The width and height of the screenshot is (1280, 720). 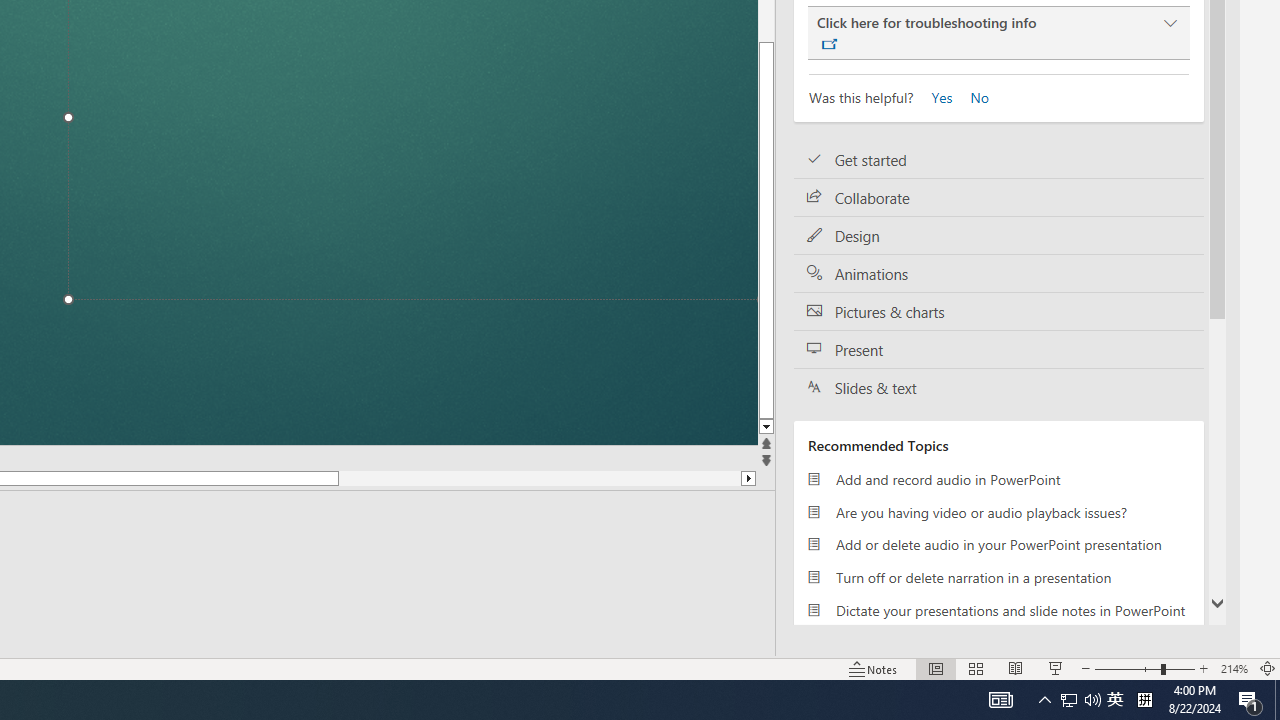 What do you see at coordinates (976, 669) in the screenshot?
I see `'Slide Sorter'` at bounding box center [976, 669].